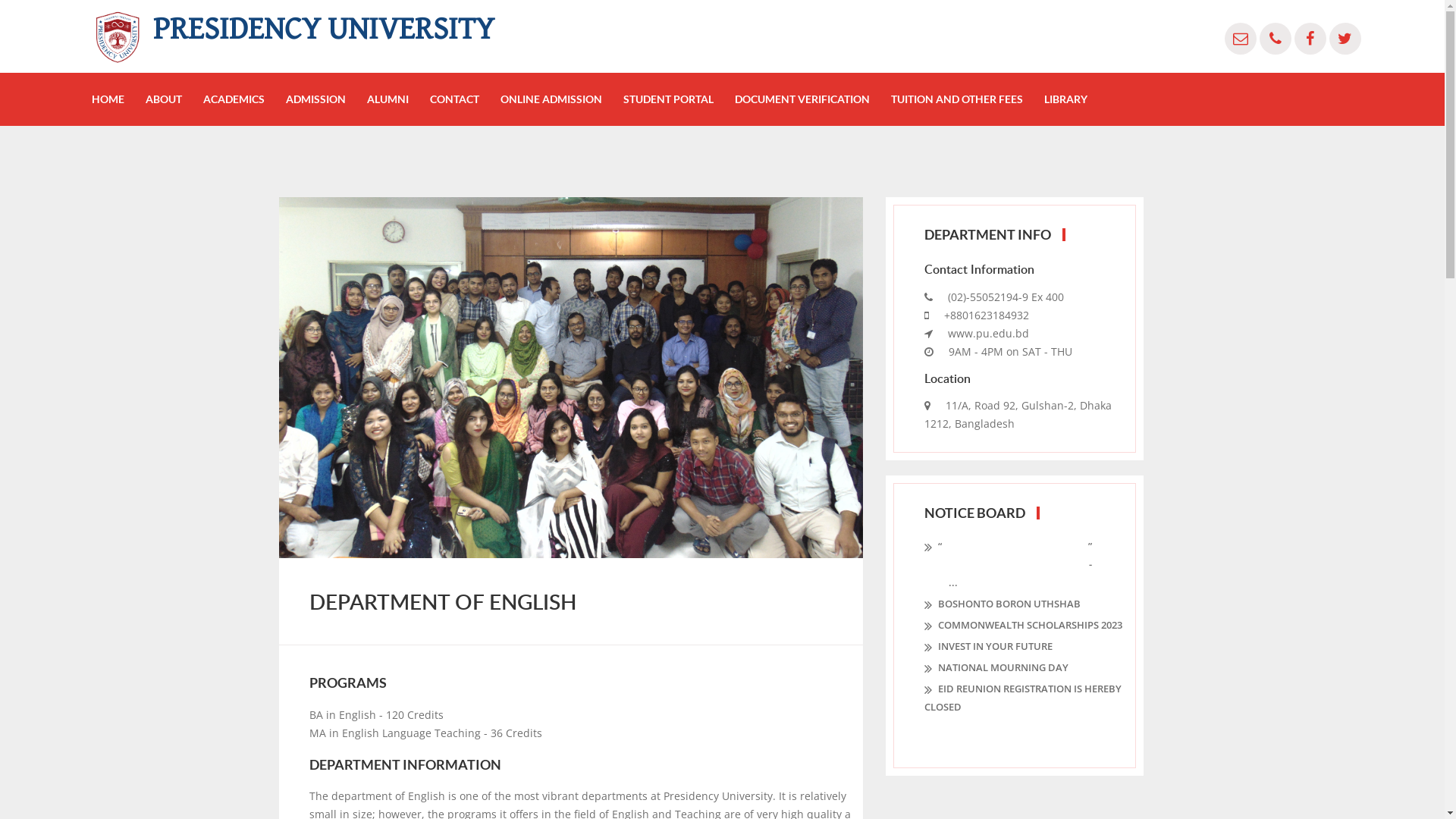 The height and width of the screenshot is (819, 1456). What do you see at coordinates (550, 99) in the screenshot?
I see `'ONLINE ADMISSION'` at bounding box center [550, 99].